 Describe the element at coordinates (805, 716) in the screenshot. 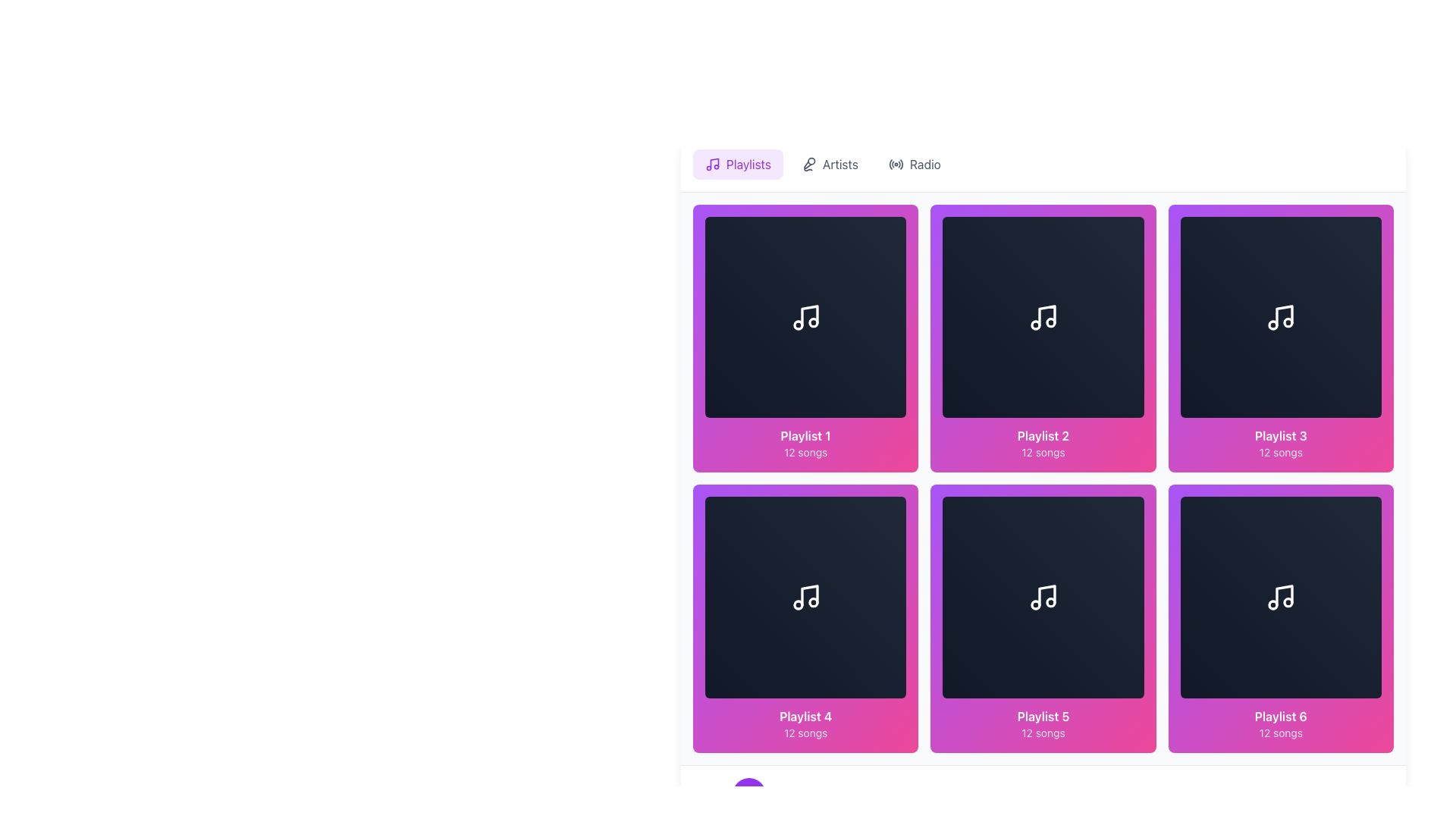

I see `the 'Playlist 4' text label, which is styled in bold white font and located within the vibrant gradient card in the second row, first column of the playlist grid` at that location.